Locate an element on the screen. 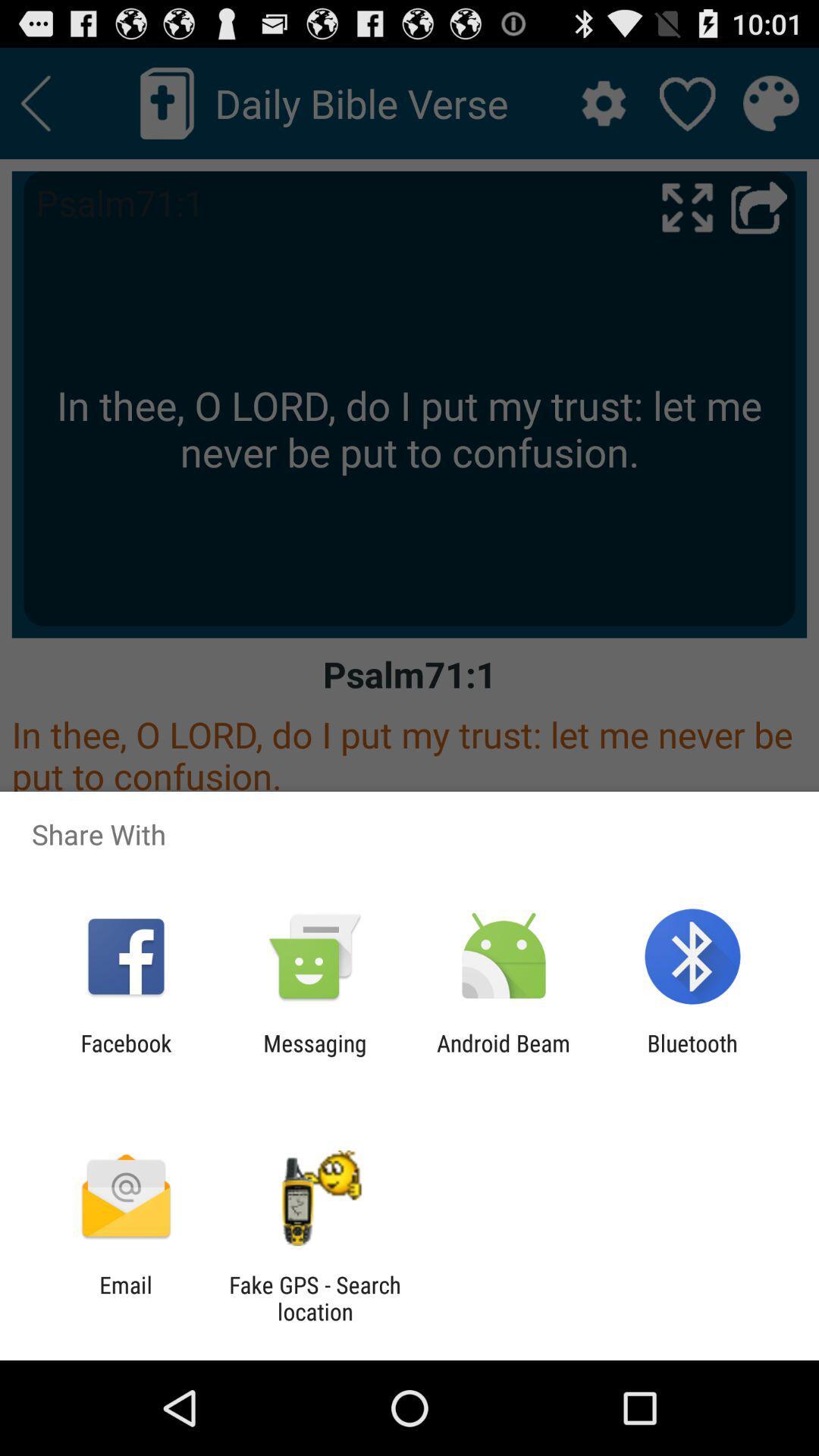 The height and width of the screenshot is (1456, 819). the facebook item is located at coordinates (125, 1056).